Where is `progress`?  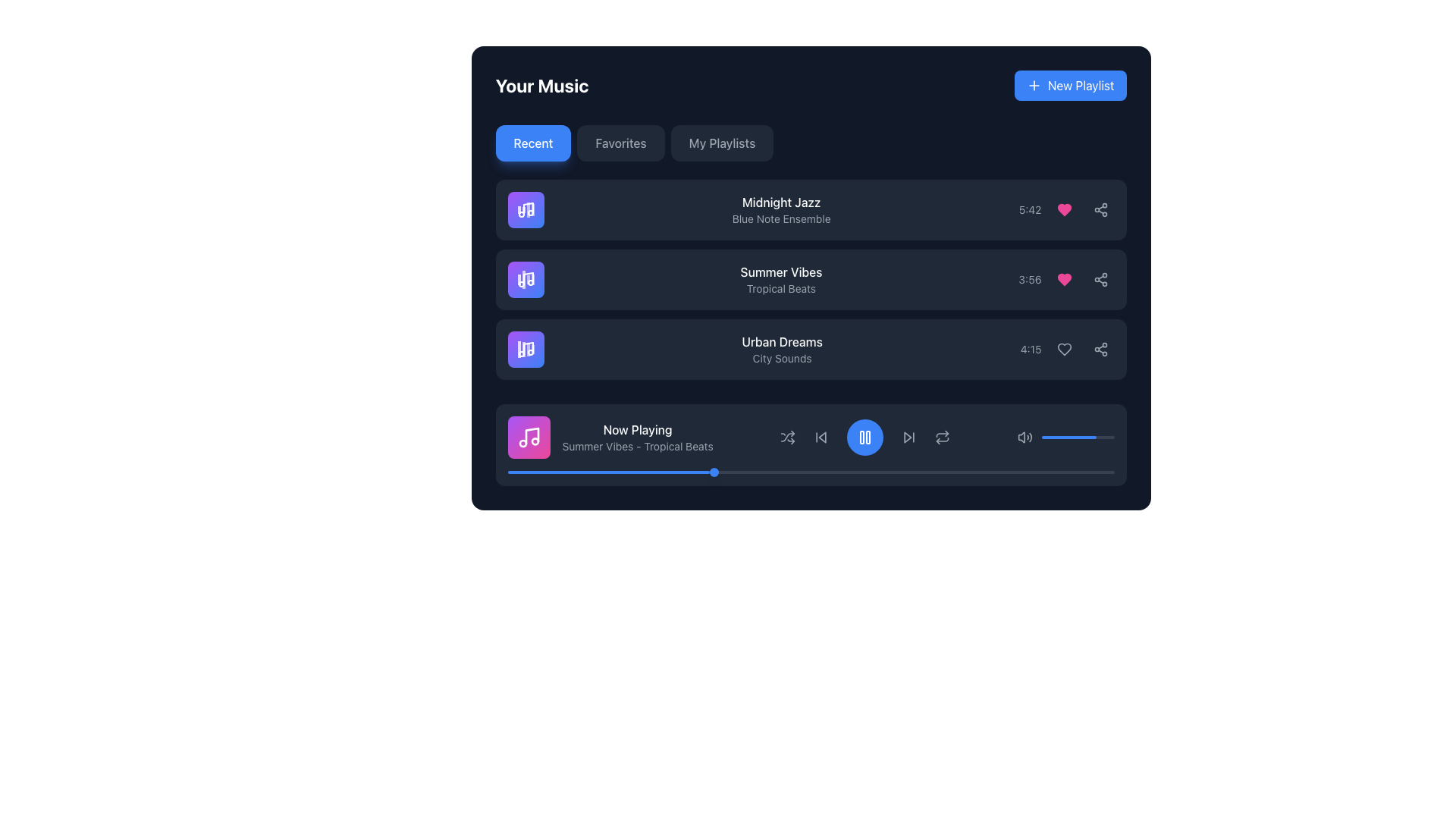 progress is located at coordinates (604, 472).